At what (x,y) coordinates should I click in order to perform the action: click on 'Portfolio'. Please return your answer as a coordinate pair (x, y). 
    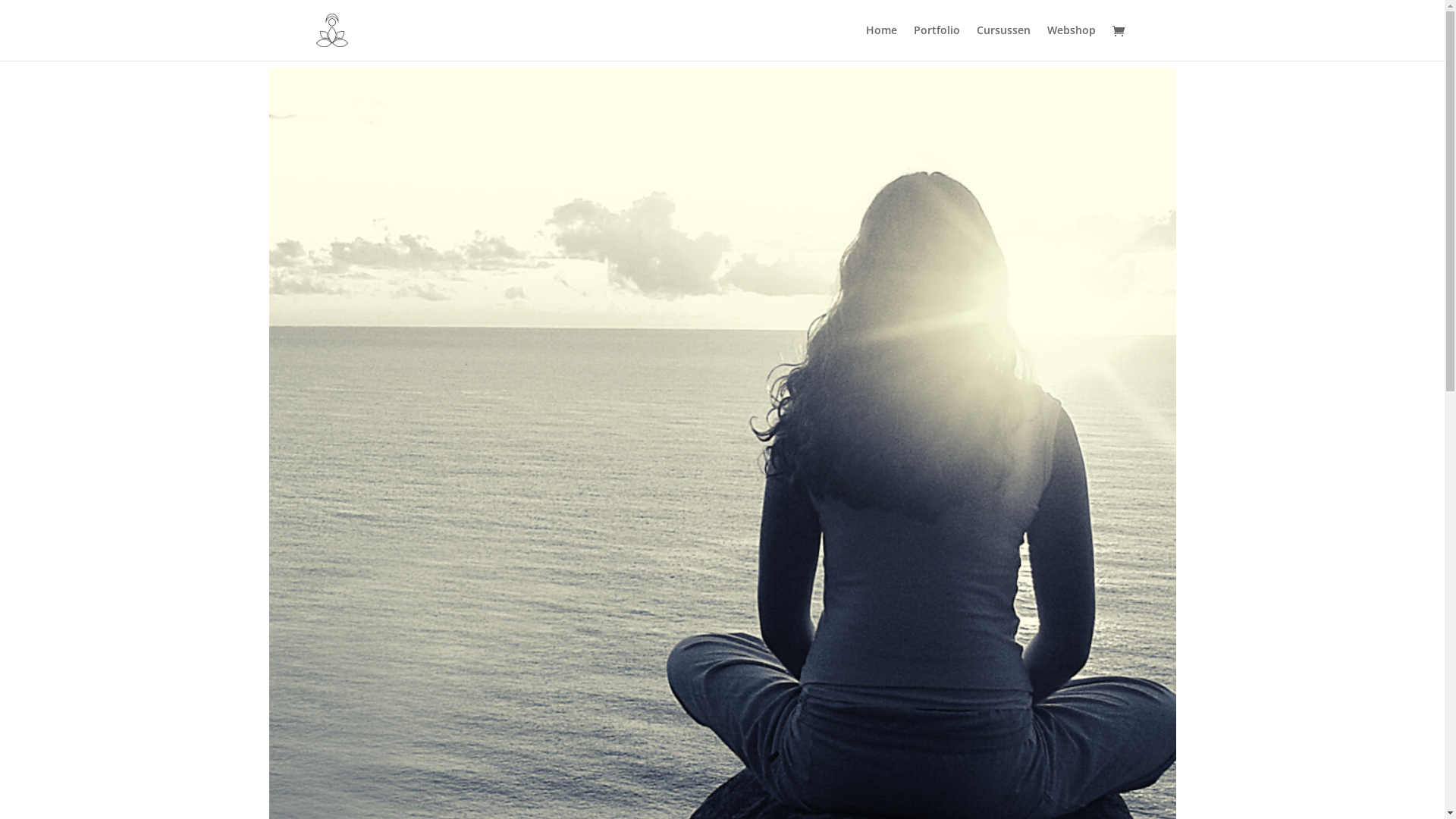
    Looking at the image, I should click on (935, 42).